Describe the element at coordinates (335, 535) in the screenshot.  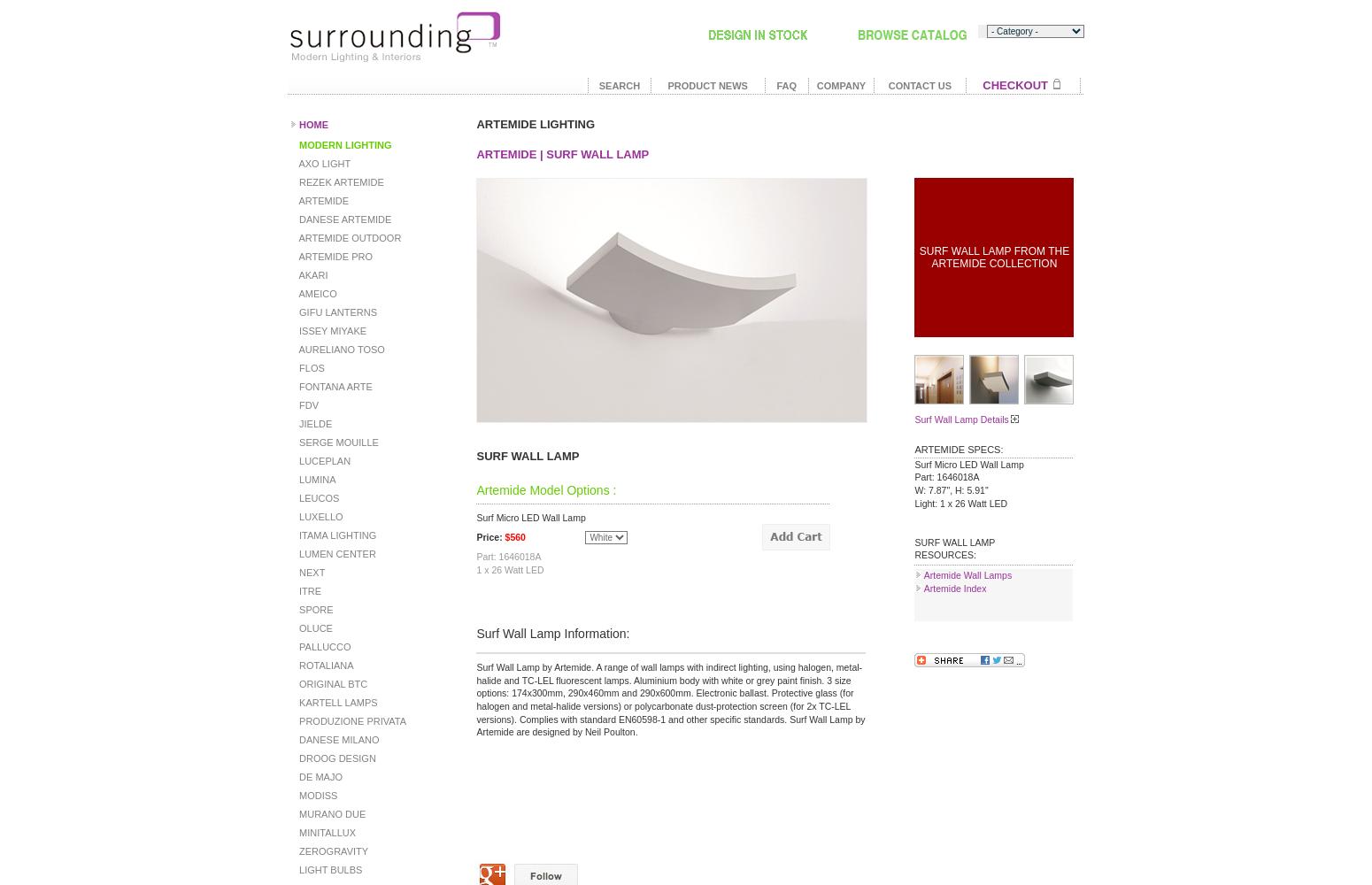
I see `'ITAMA LIGHTING'` at that location.